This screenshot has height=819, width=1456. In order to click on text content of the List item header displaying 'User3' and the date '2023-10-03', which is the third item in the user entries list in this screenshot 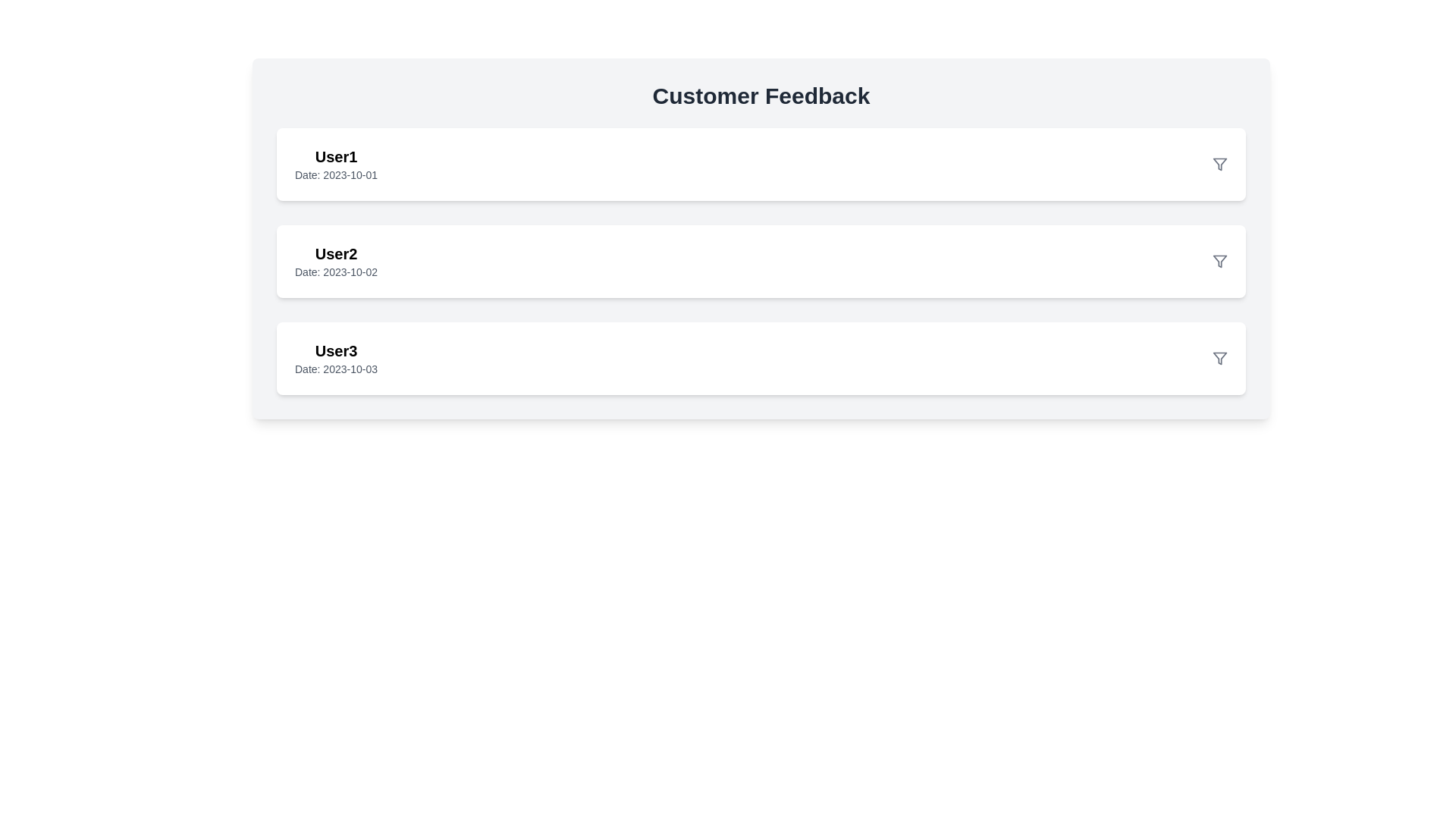, I will do `click(335, 359)`.